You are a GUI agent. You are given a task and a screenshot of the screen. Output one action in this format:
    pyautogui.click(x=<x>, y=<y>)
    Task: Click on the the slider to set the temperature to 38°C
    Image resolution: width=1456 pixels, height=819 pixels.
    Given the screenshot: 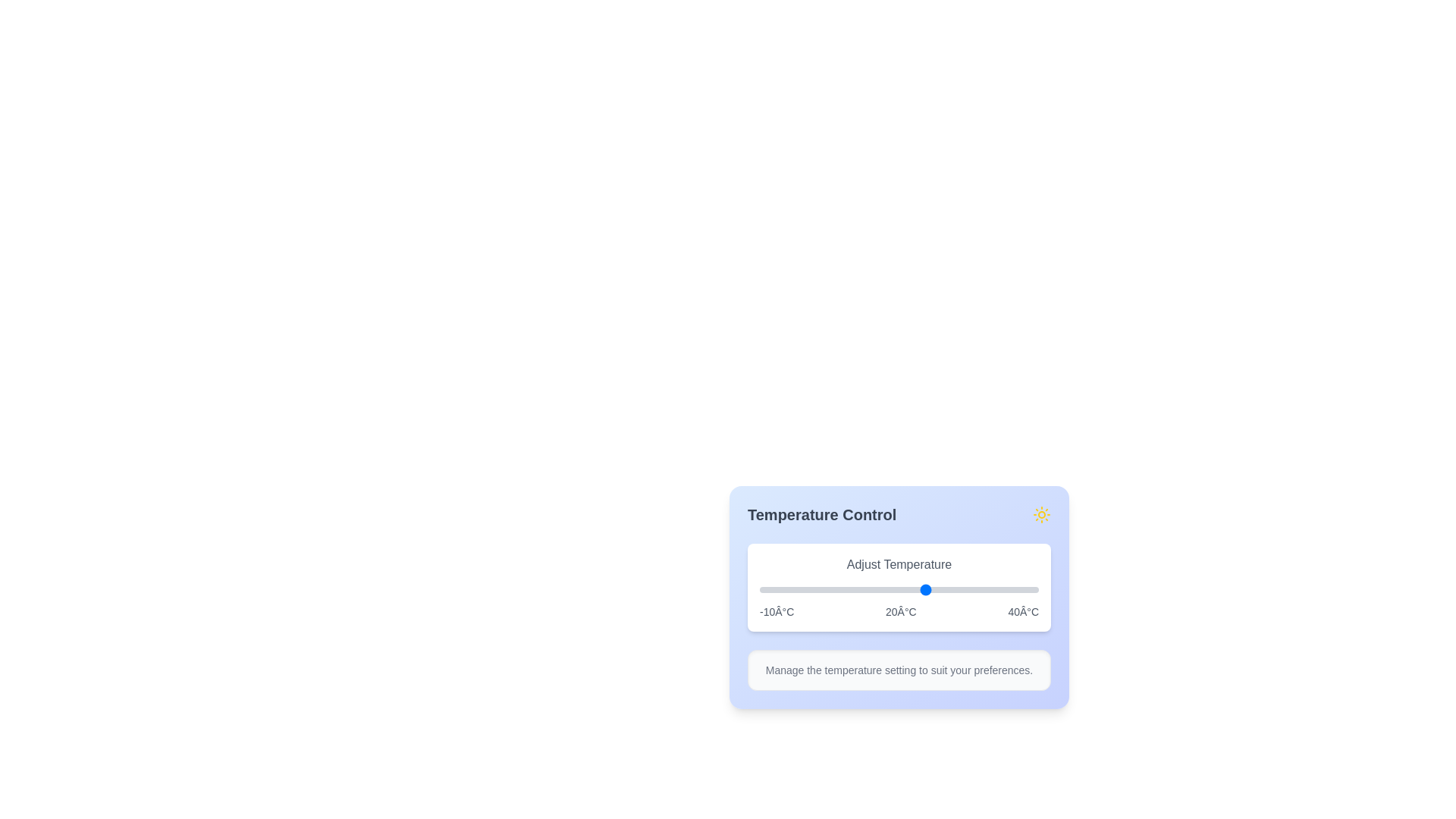 What is the action you would take?
    pyautogui.click(x=1028, y=589)
    